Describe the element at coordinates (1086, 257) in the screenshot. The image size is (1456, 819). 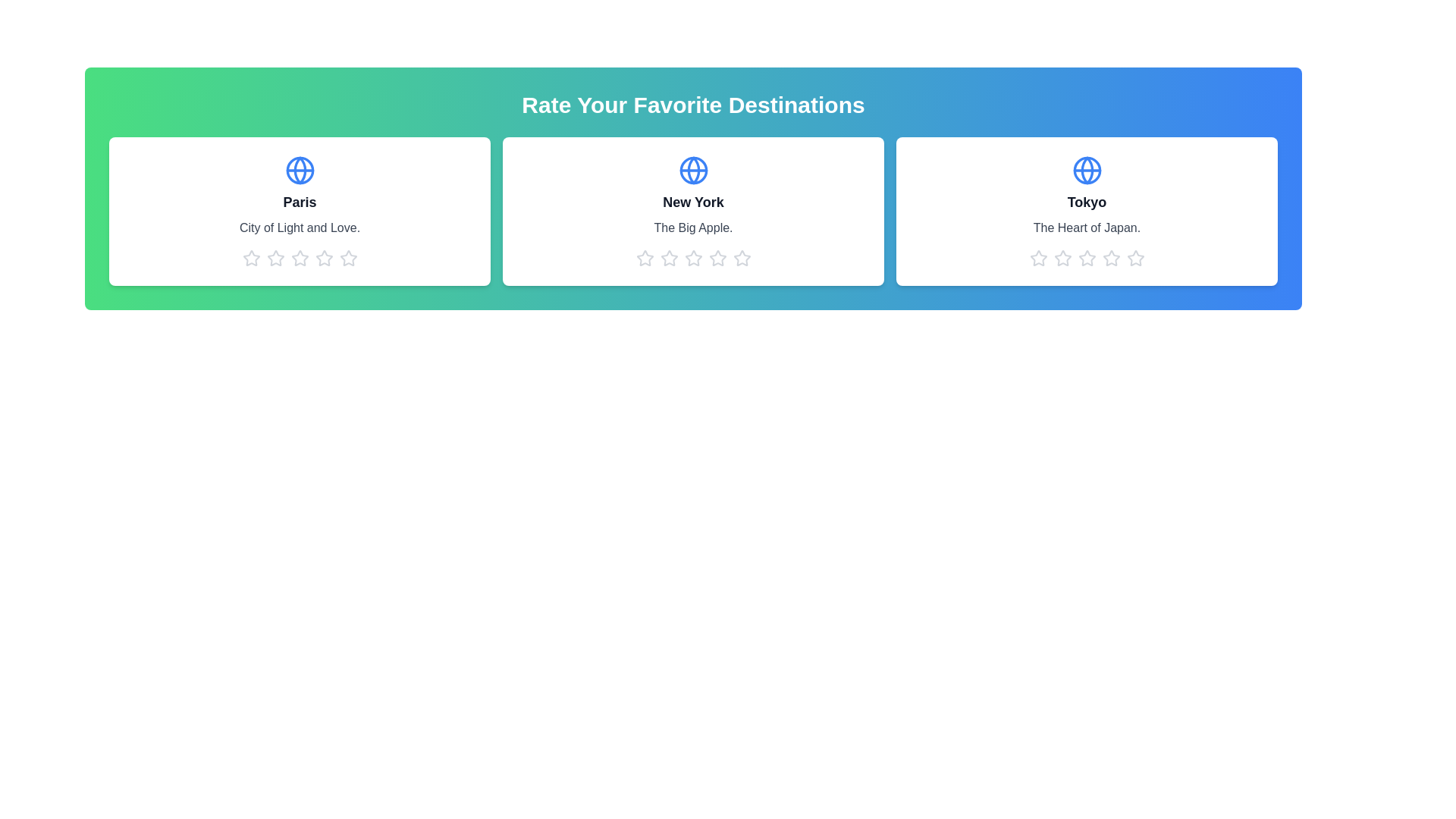
I see `the 3 star icon for the destination Tokyo` at that location.